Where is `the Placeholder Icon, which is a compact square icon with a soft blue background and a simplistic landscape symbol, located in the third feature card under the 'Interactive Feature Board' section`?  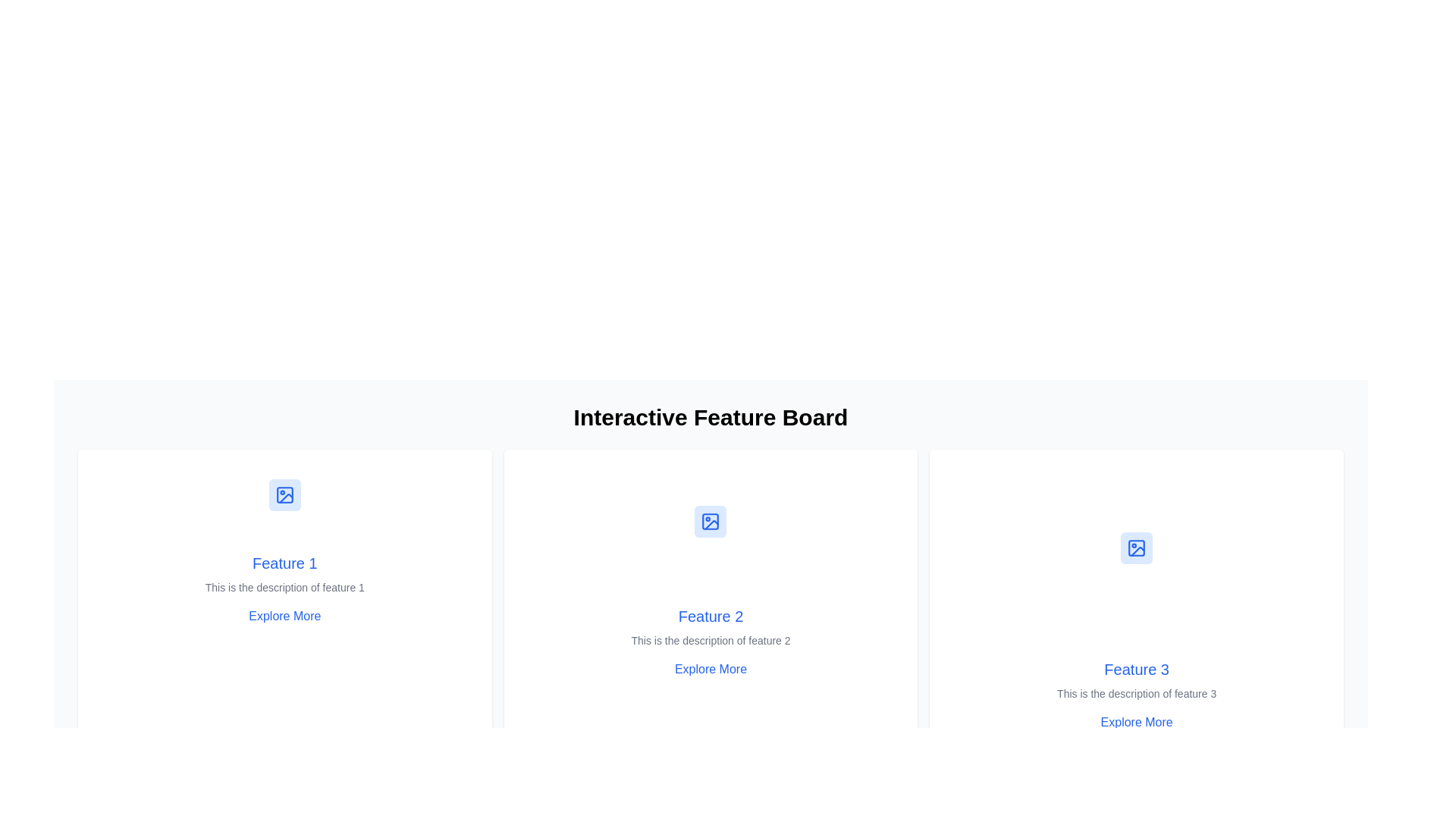
the Placeholder Icon, which is a compact square icon with a soft blue background and a simplistic landscape symbol, located in the third feature card under the 'Interactive Feature Board' section is located at coordinates (1137, 548).